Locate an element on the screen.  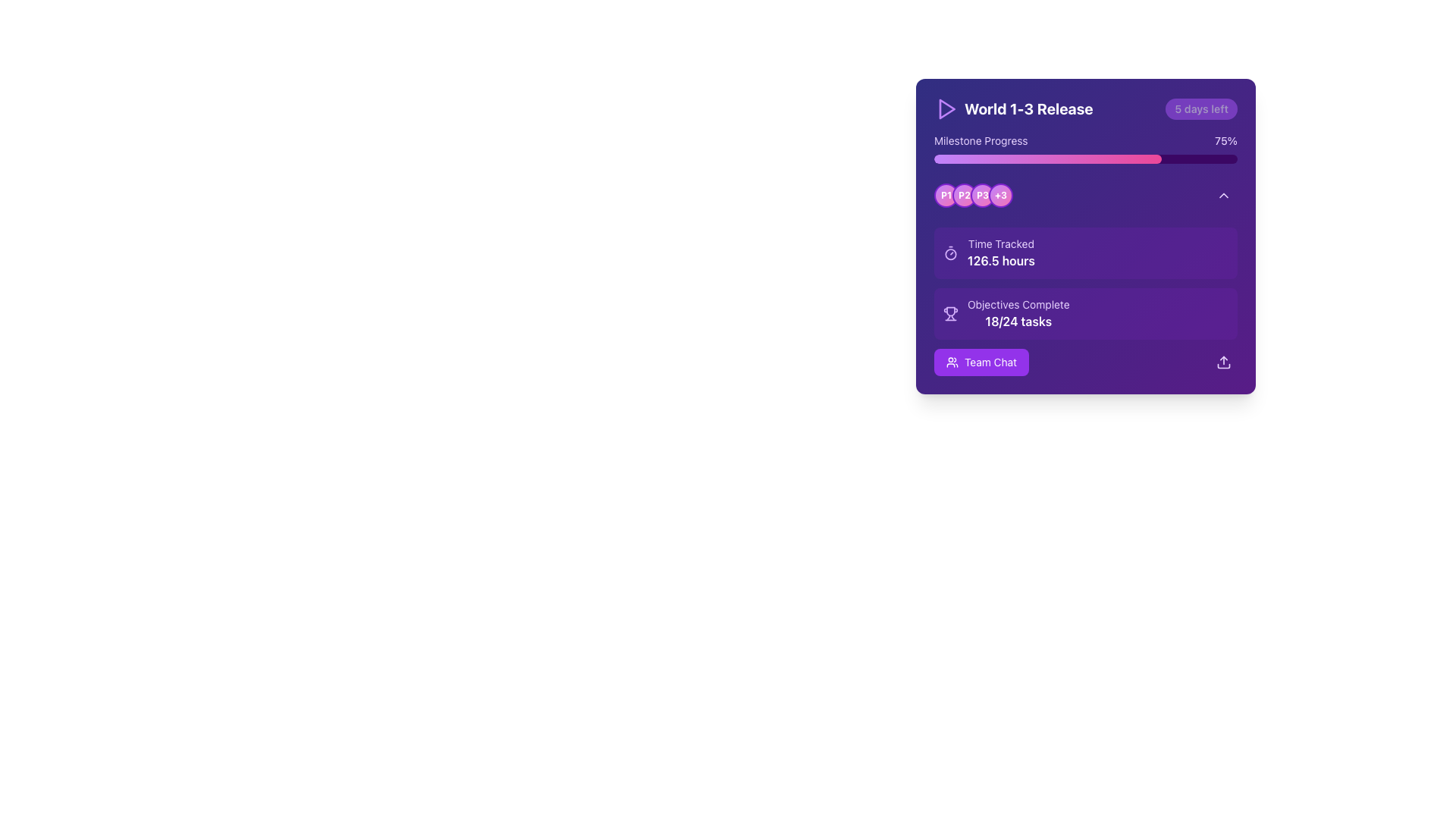
the label element that describes the numeric data displayed below it, which is positioned above the text '126.5 hours' within the purple card interface is located at coordinates (1001, 243).